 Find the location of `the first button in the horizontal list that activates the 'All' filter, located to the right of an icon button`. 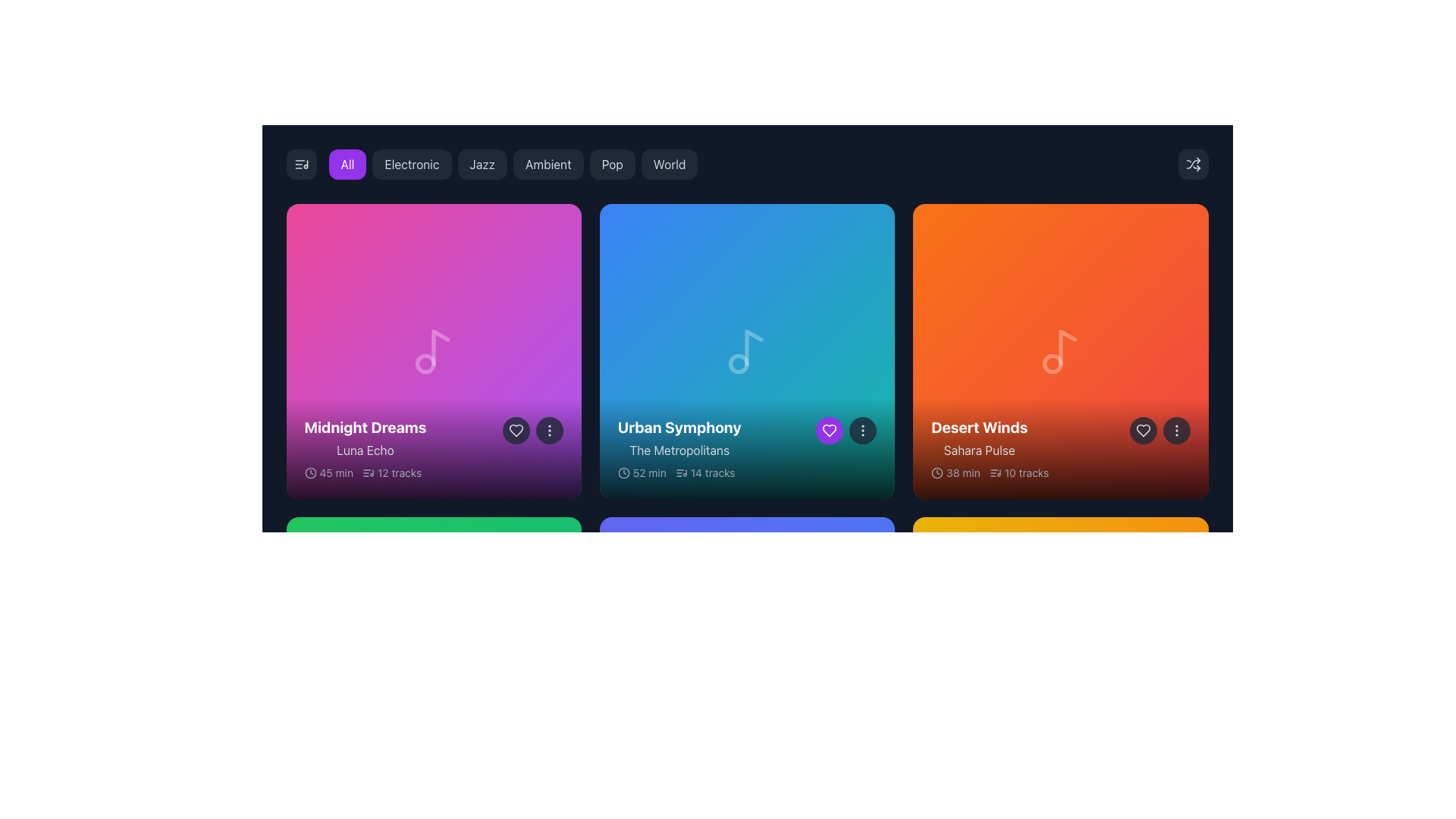

the first button in the horizontal list that activates the 'All' filter, located to the right of an icon button is located at coordinates (347, 164).